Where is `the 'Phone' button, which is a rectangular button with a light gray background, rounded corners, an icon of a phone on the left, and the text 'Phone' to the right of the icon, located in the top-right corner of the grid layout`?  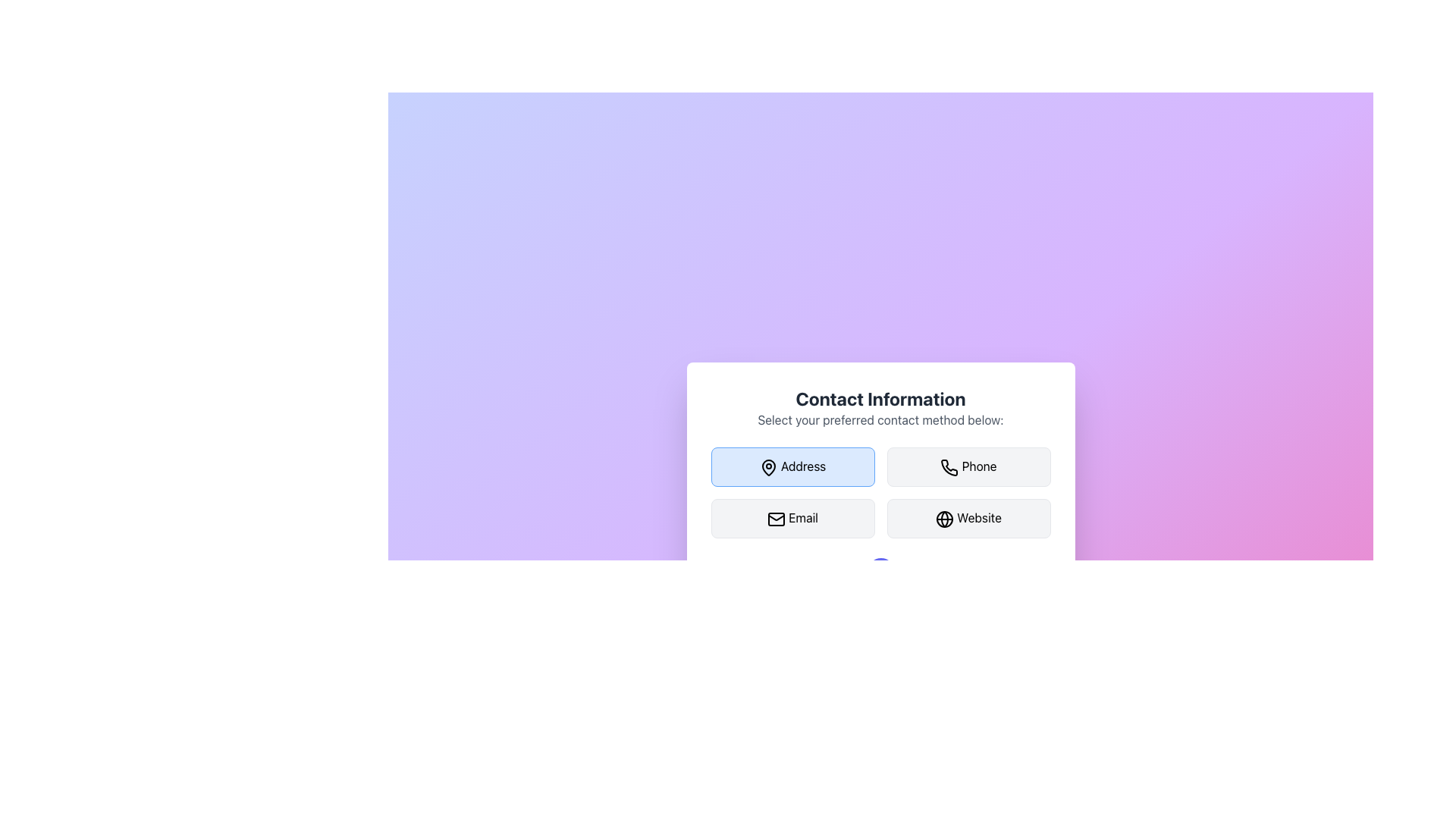
the 'Phone' button, which is a rectangular button with a light gray background, rounded corners, an icon of a phone on the left, and the text 'Phone' to the right of the icon, located in the top-right corner of the grid layout is located at coordinates (968, 466).